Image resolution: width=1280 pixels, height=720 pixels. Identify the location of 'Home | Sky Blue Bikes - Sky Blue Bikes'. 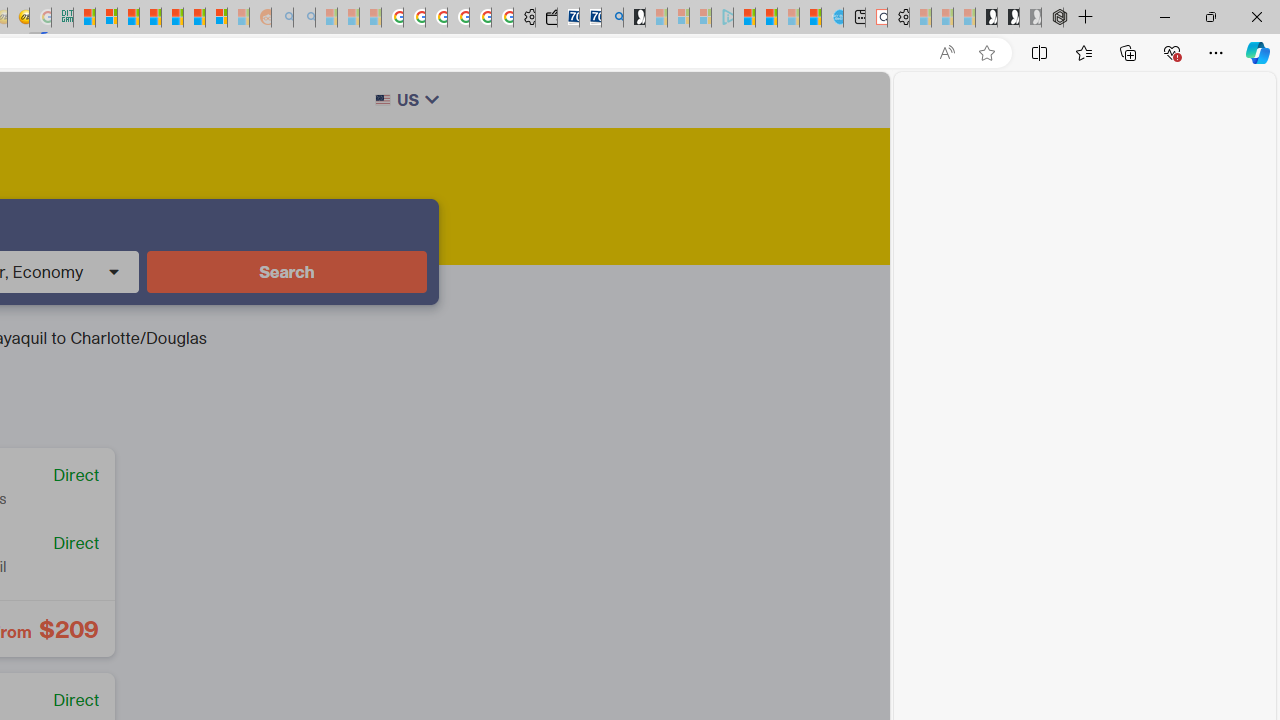
(832, 17).